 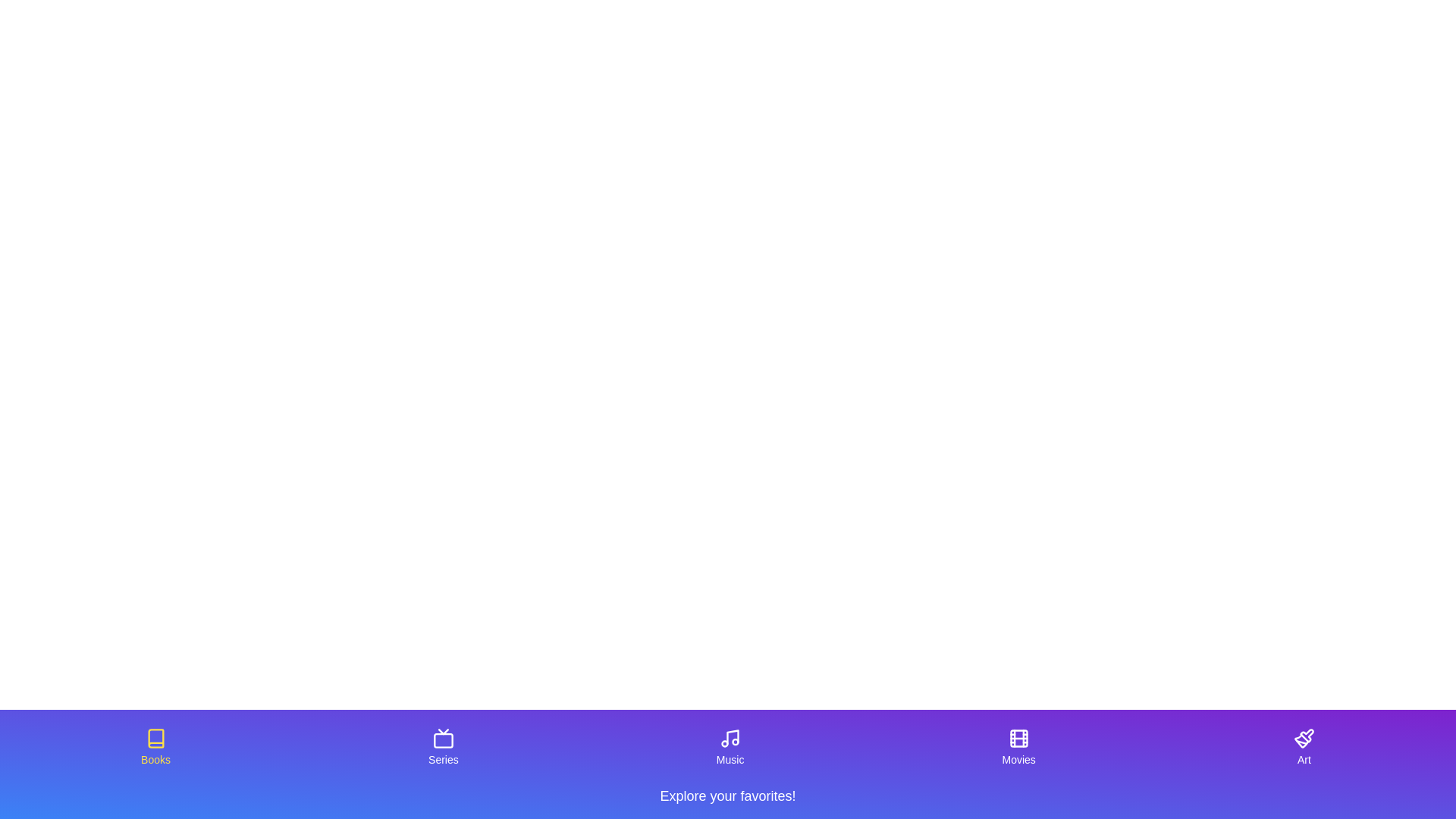 What do you see at coordinates (155, 747) in the screenshot?
I see `the tab labeled Books by clicking on its corresponding icon or label` at bounding box center [155, 747].